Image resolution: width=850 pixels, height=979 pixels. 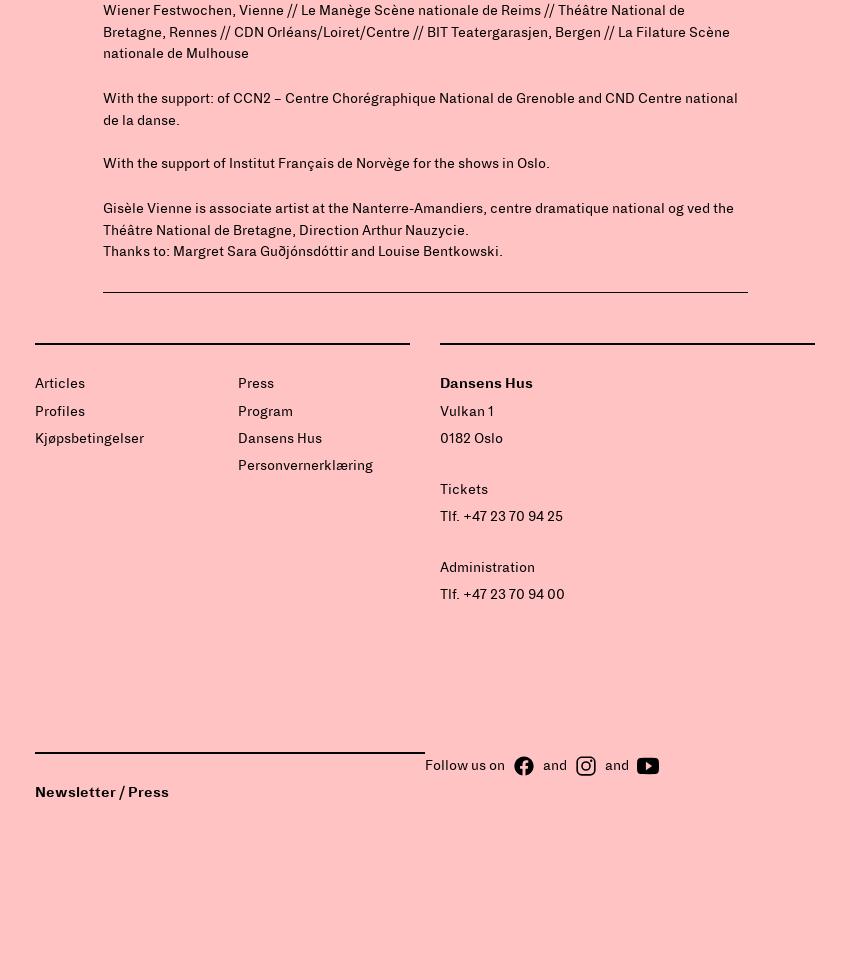 I want to click on 'Newsletter / Press', so click(x=101, y=791).